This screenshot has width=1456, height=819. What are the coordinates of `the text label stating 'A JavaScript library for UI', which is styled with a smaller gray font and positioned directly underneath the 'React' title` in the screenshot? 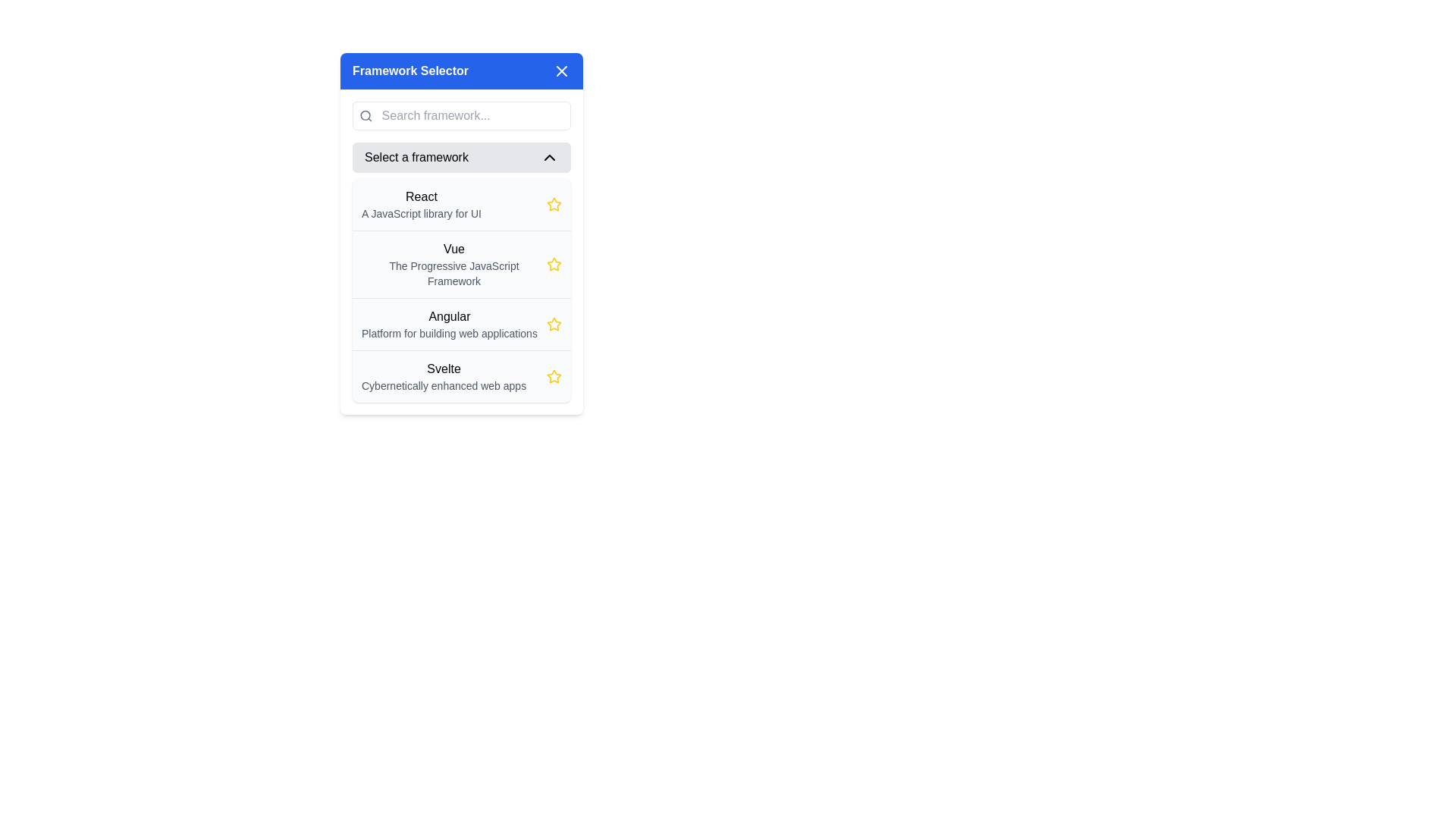 It's located at (422, 213).